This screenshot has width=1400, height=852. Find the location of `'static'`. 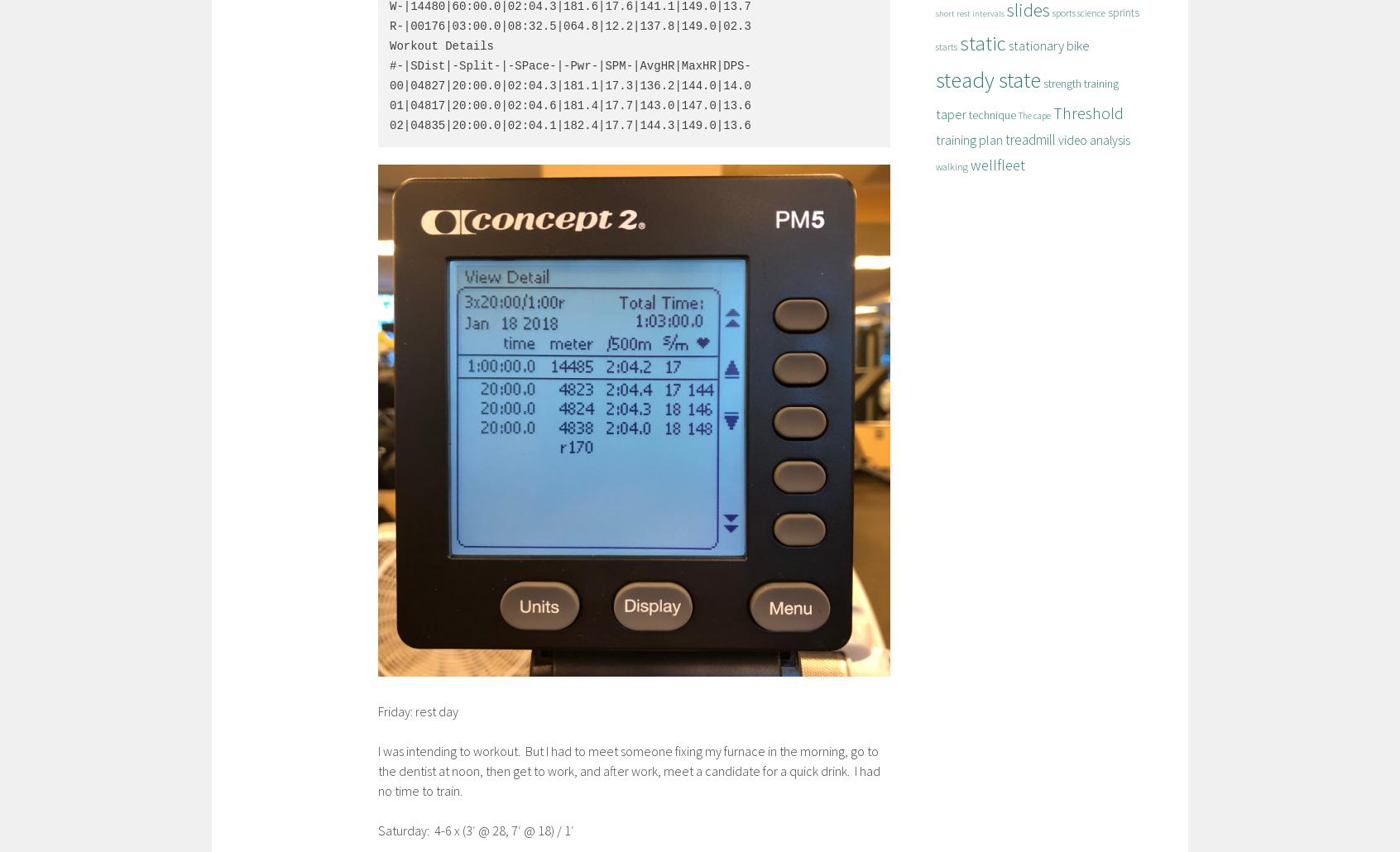

'static' is located at coordinates (981, 43).